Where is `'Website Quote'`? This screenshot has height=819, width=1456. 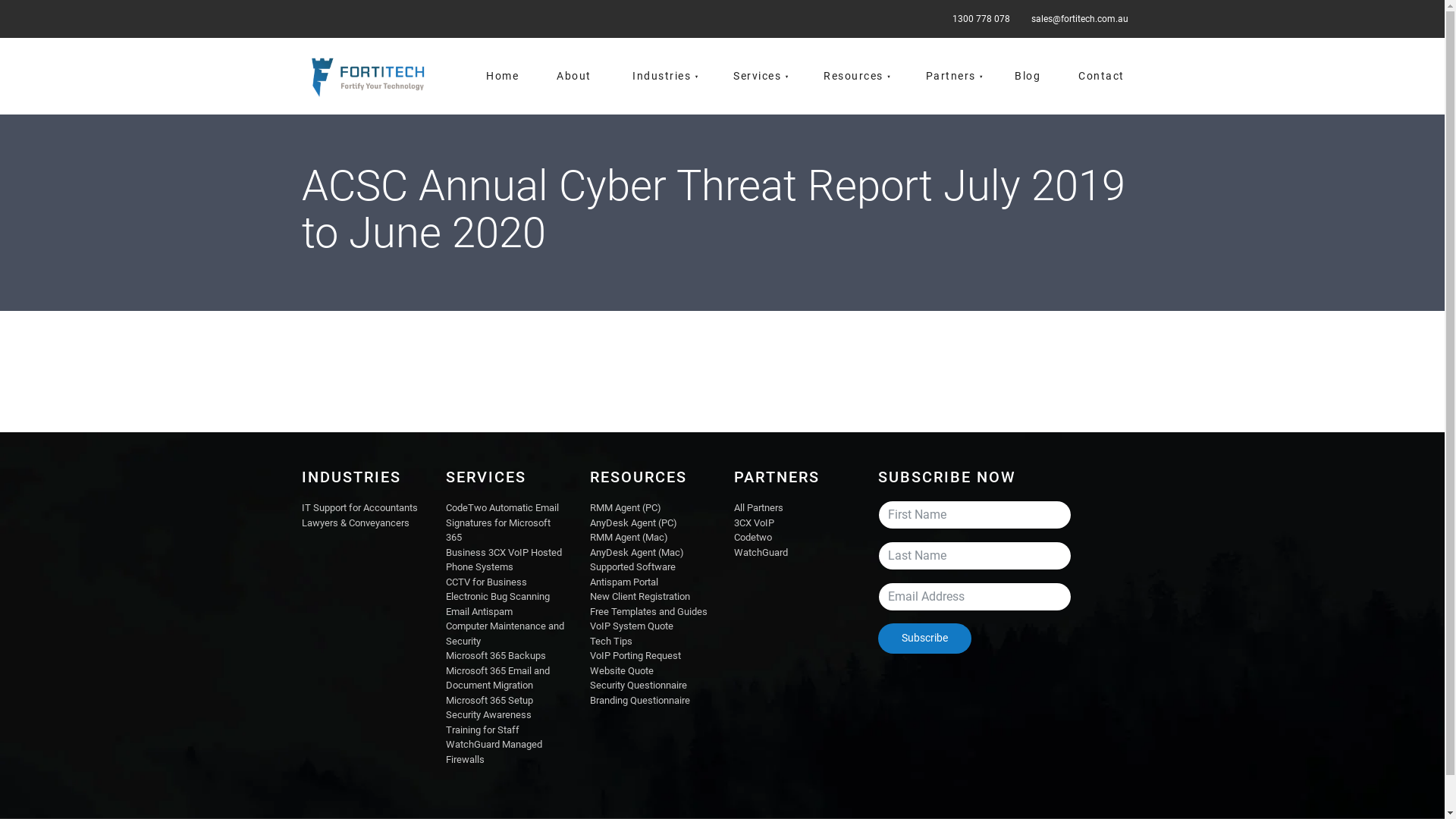 'Website Quote' is located at coordinates (622, 670).